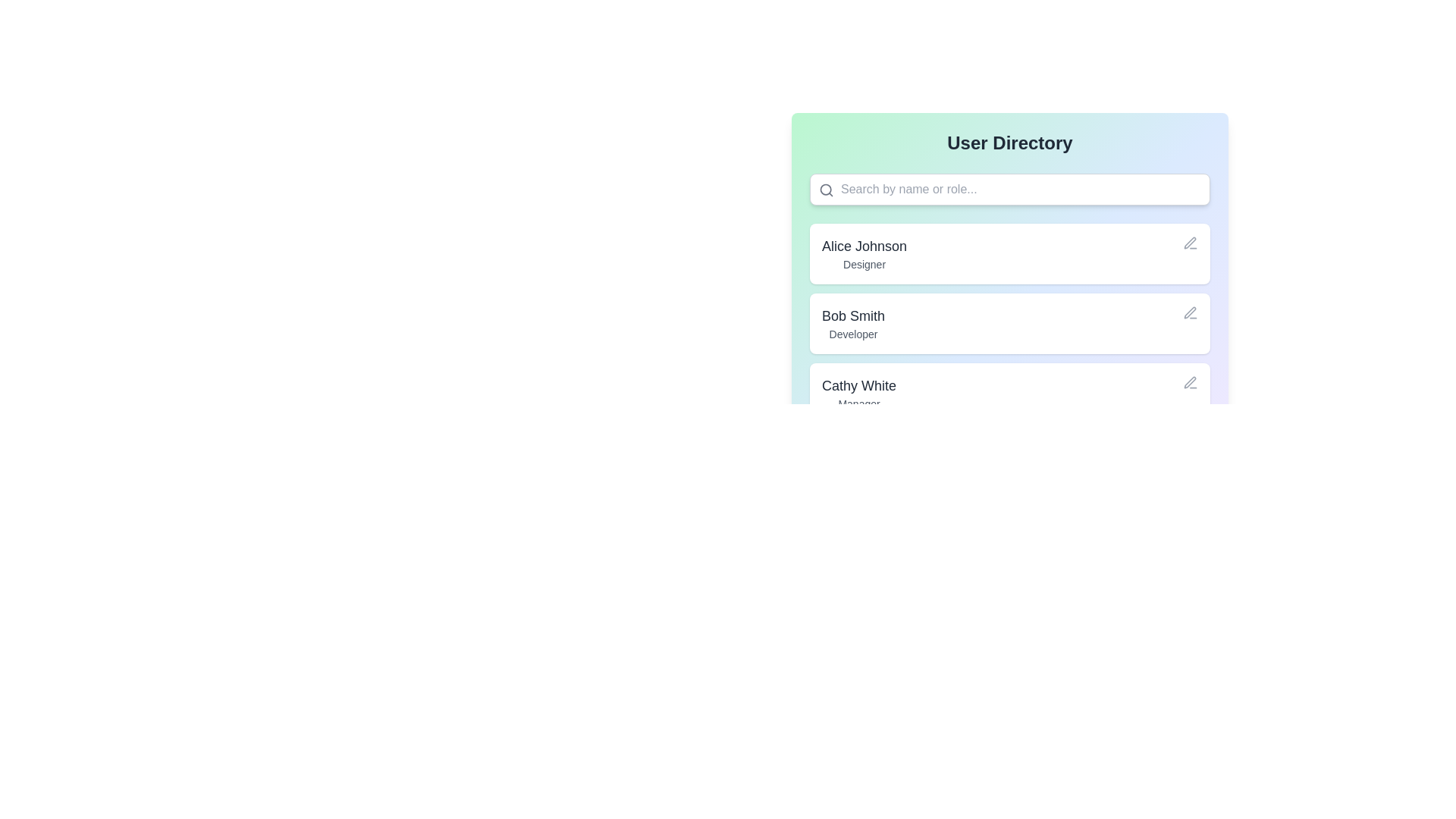 The width and height of the screenshot is (1456, 819). Describe the element at coordinates (1189, 381) in the screenshot. I see `the pen-shaped icon in gray color located at the top-right corner of Bob Smith's user card to change its color, indicating interactivity` at that location.